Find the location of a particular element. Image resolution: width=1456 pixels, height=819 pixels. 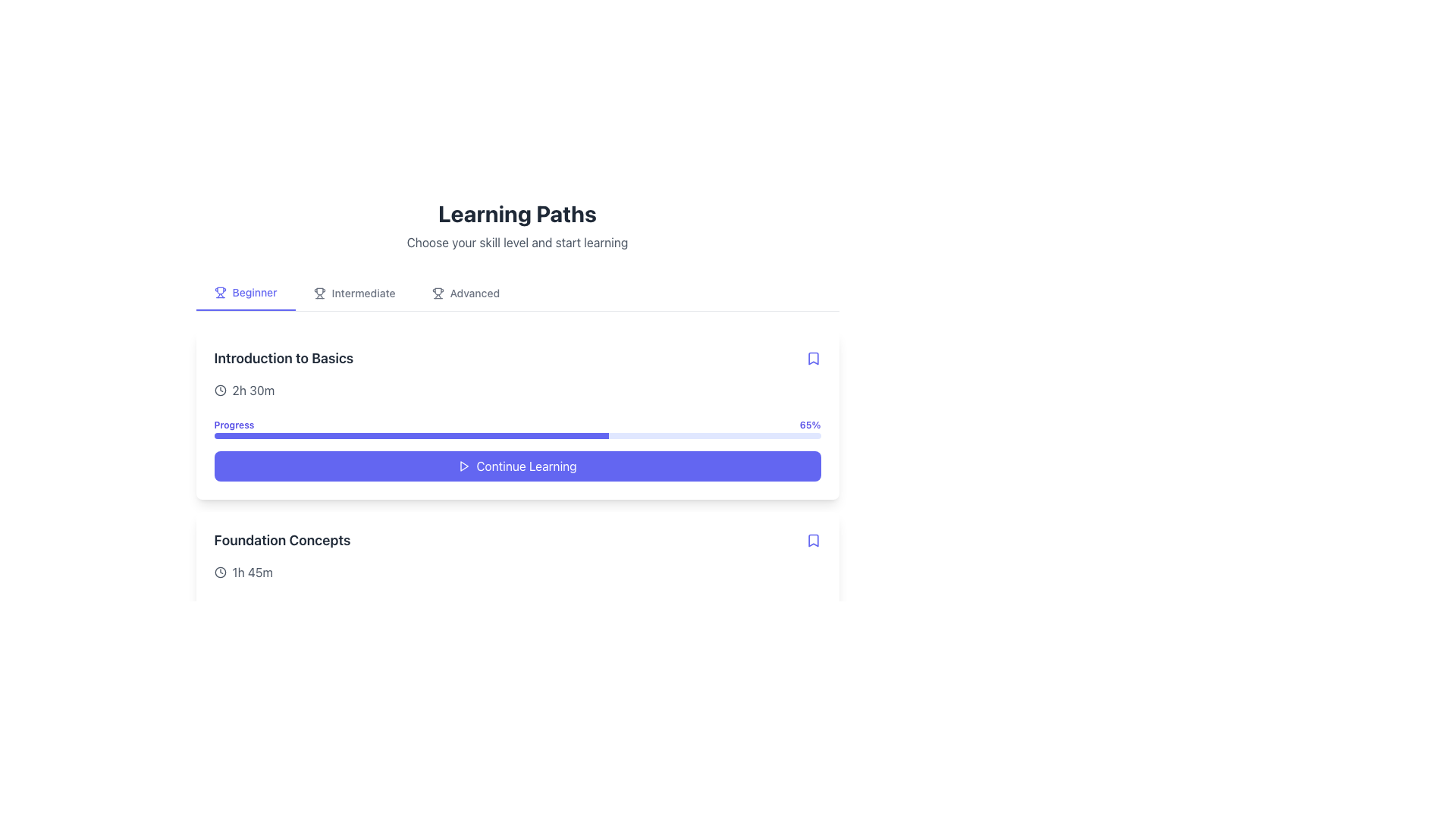

the circular graphical component of the clock icon located to the left of the '1h 45m' text in the Foundation Concepts section is located at coordinates (219, 573).